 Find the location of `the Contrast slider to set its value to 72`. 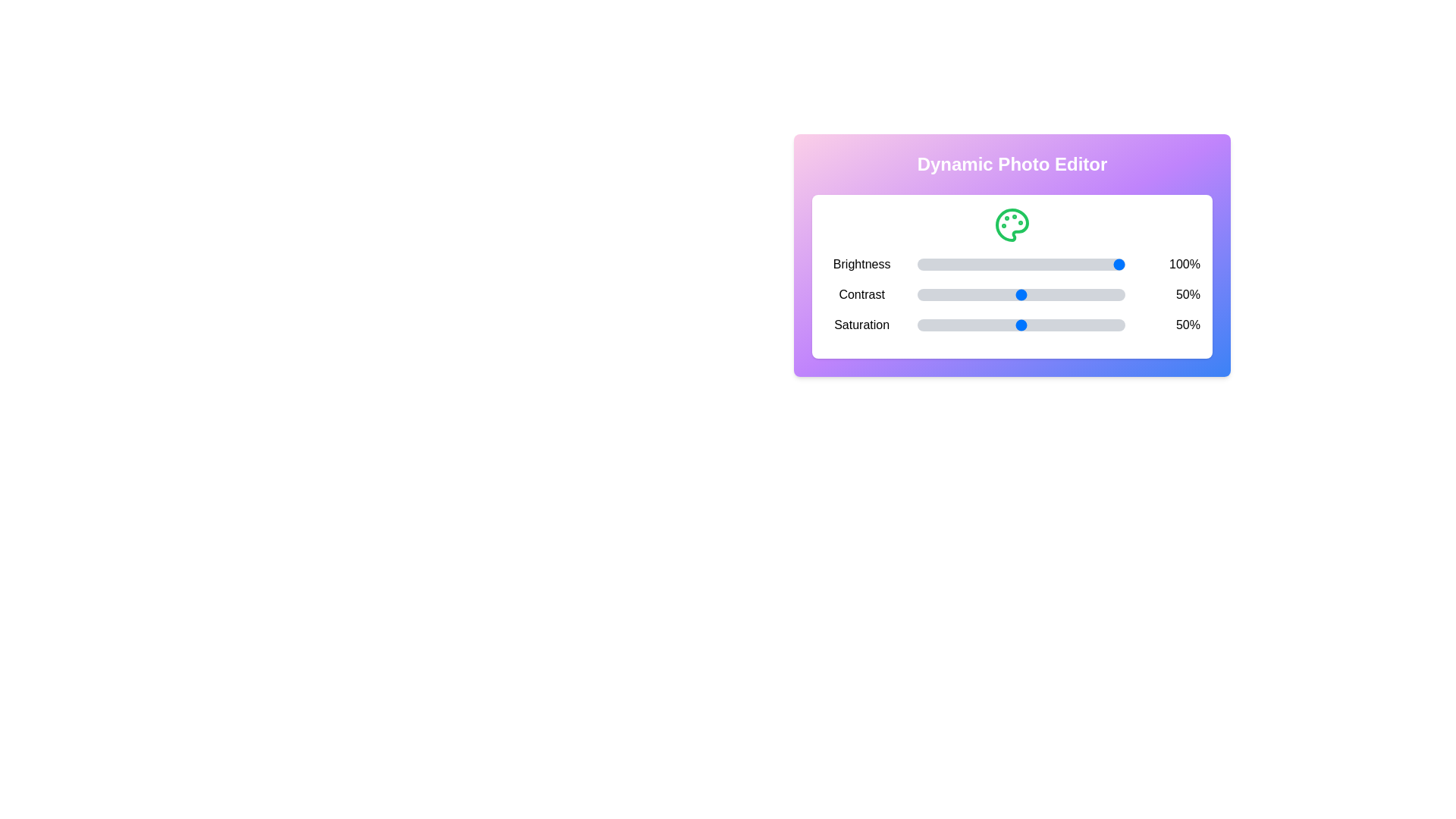

the Contrast slider to set its value to 72 is located at coordinates (1066, 295).